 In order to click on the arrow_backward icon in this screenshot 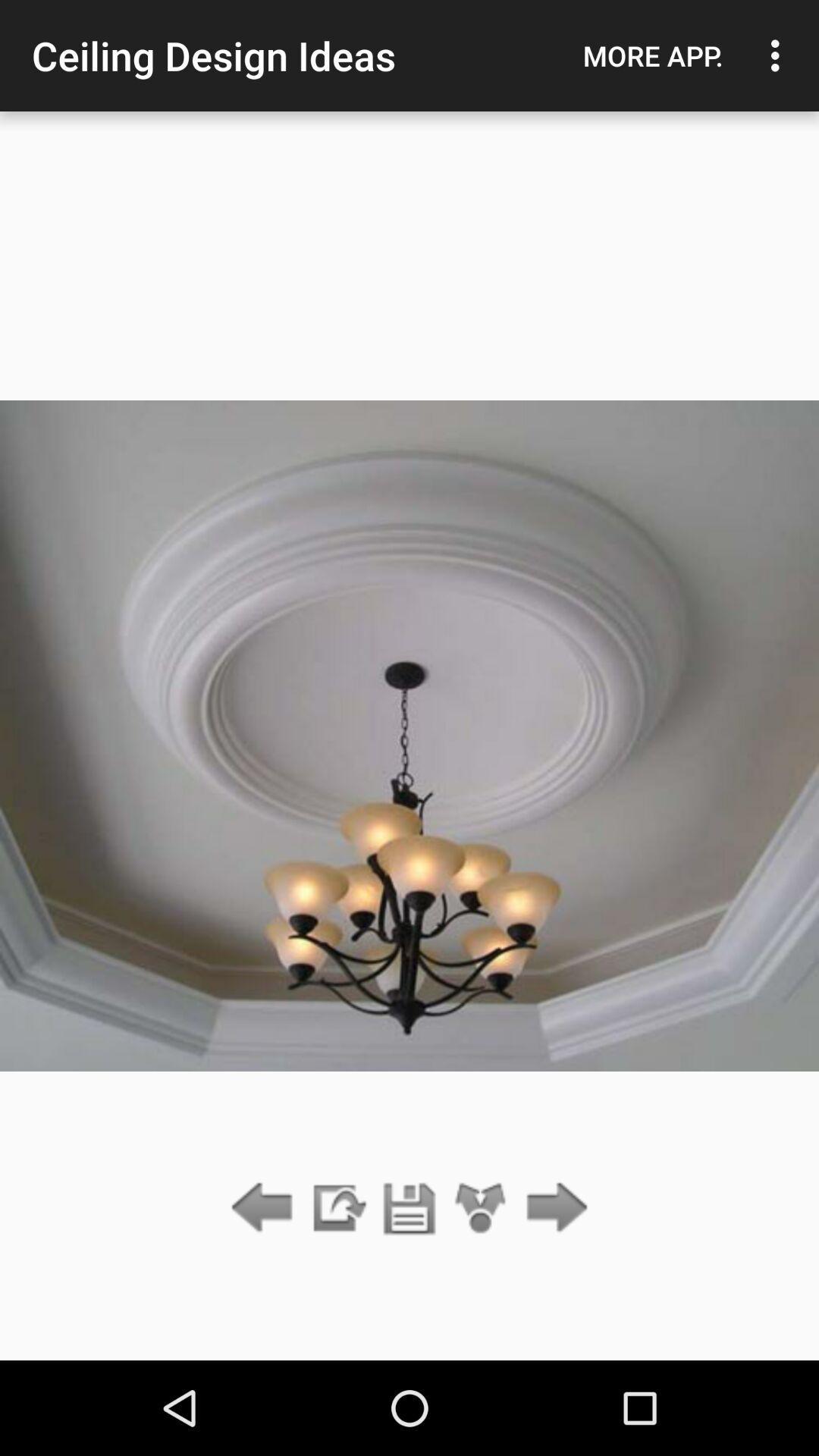, I will do `click(265, 1208)`.